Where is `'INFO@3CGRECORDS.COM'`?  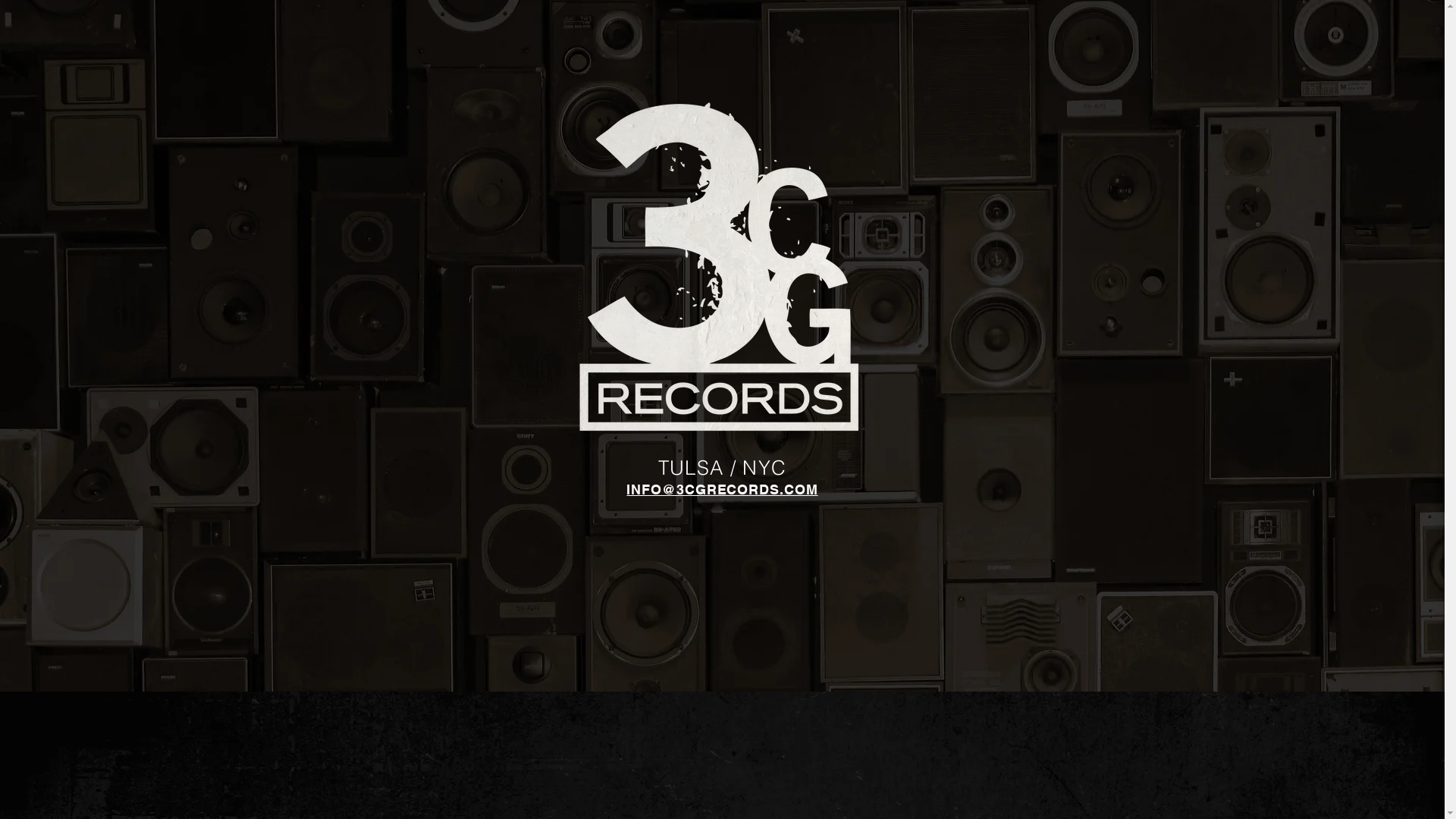 'INFO@3CGRECORDS.COM' is located at coordinates (720, 491).